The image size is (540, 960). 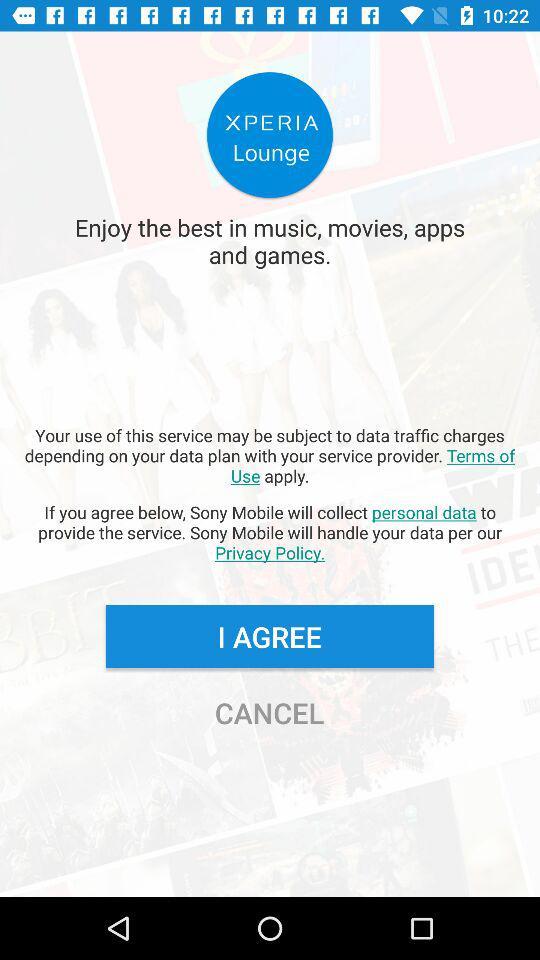 I want to click on the app below enjoy the best item, so click(x=270, y=455).